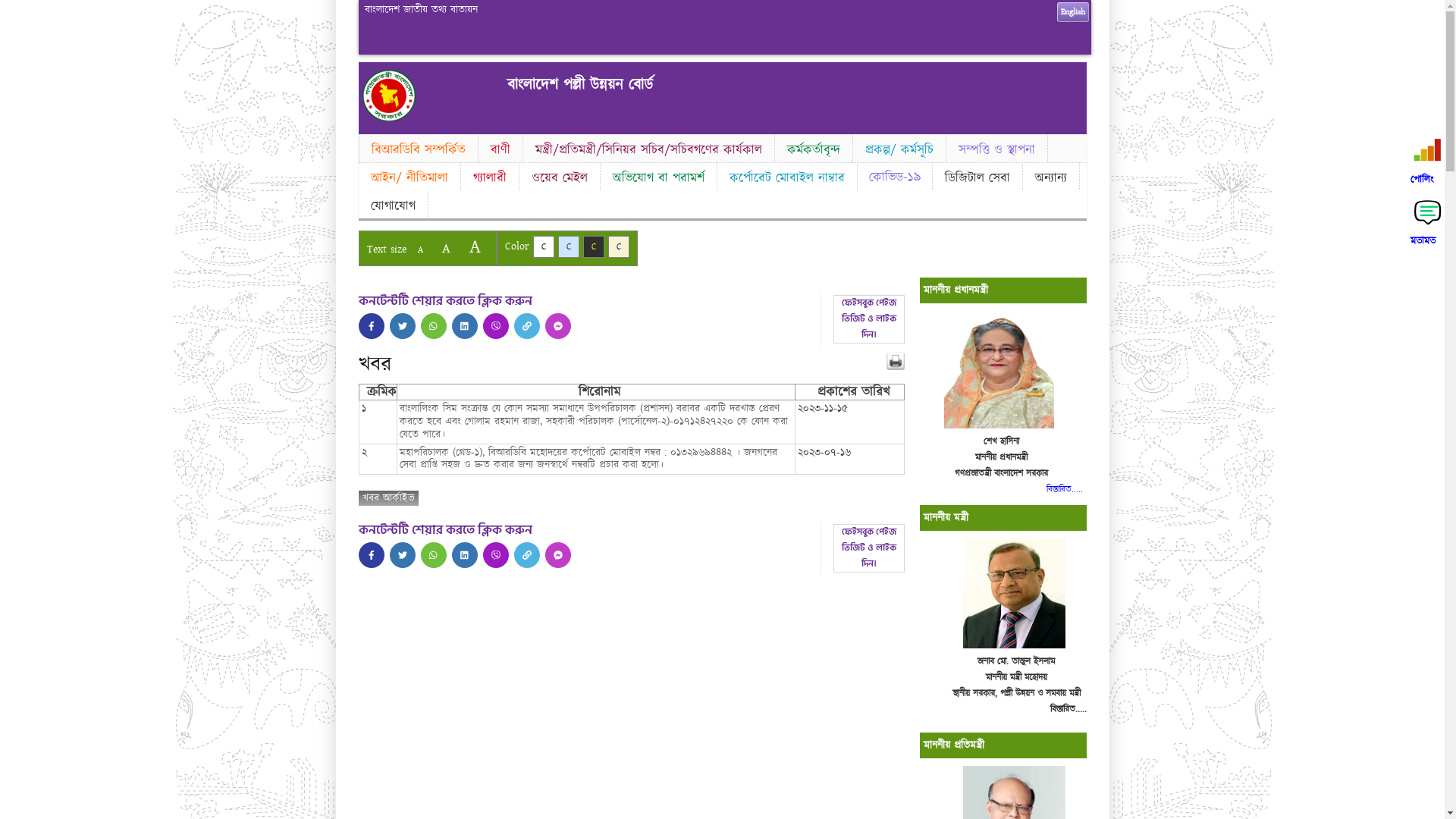 The height and width of the screenshot is (819, 1456). Describe the element at coordinates (619, 246) in the screenshot. I see `'C'` at that location.